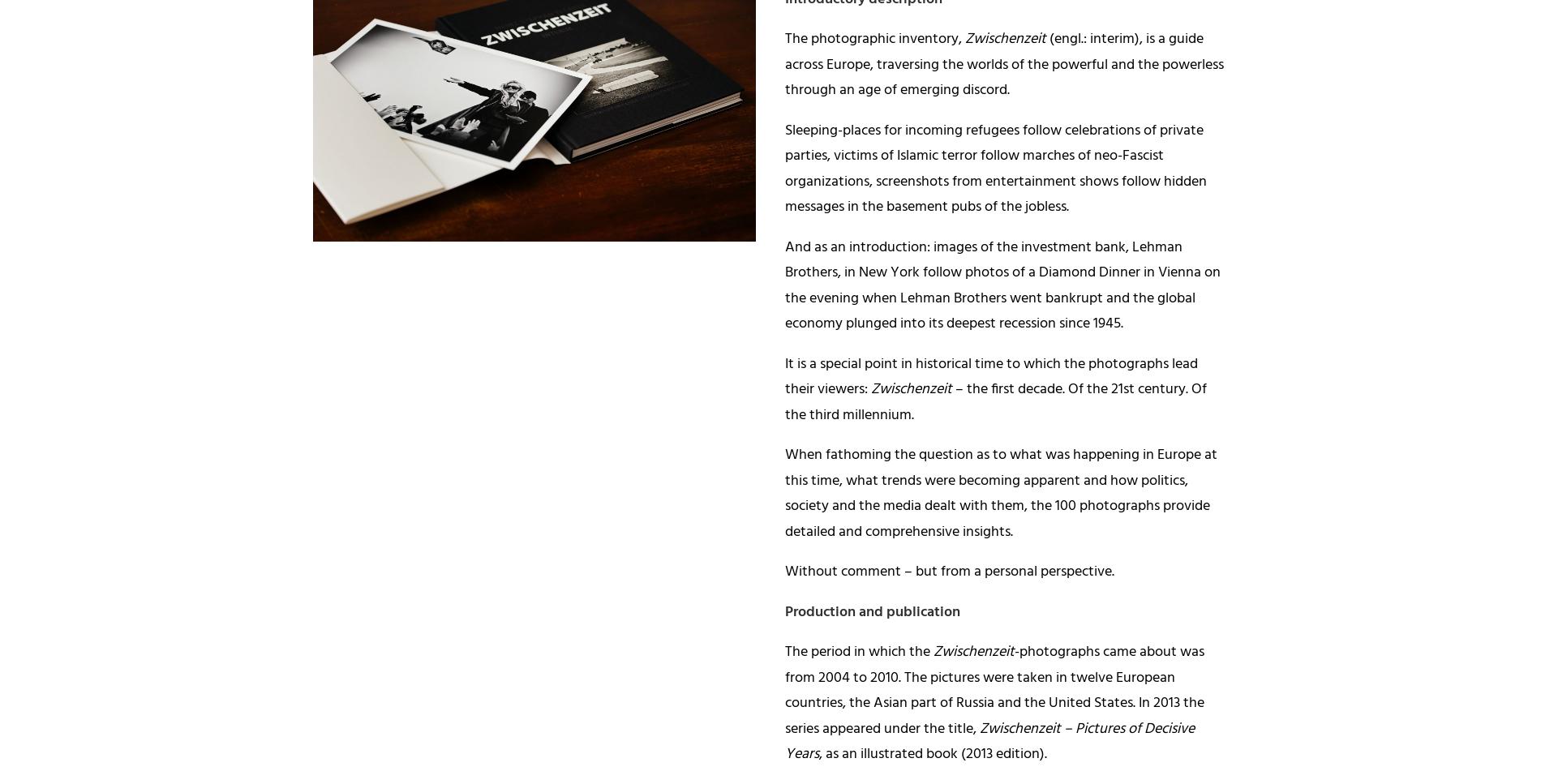  Describe the element at coordinates (994, 690) in the screenshot. I see `'-photographs came about was from 2004 to 2010. The pictures were taken in twelve European countries, the Asian part of Russia and the United States. In 2013 the series appeared under the title,'` at that location.